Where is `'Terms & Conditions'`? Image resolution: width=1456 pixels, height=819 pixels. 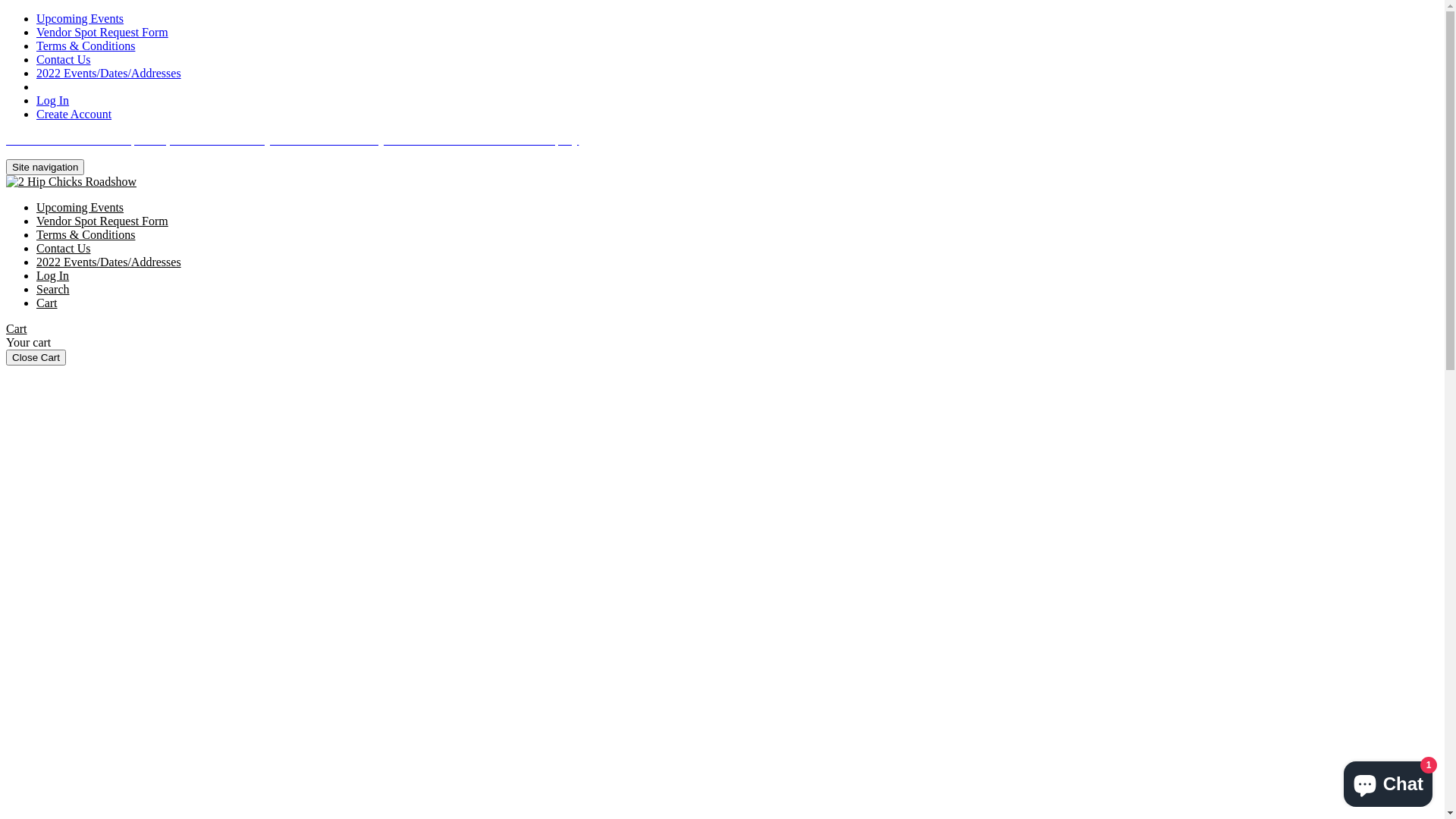
'Terms & Conditions' is located at coordinates (85, 45).